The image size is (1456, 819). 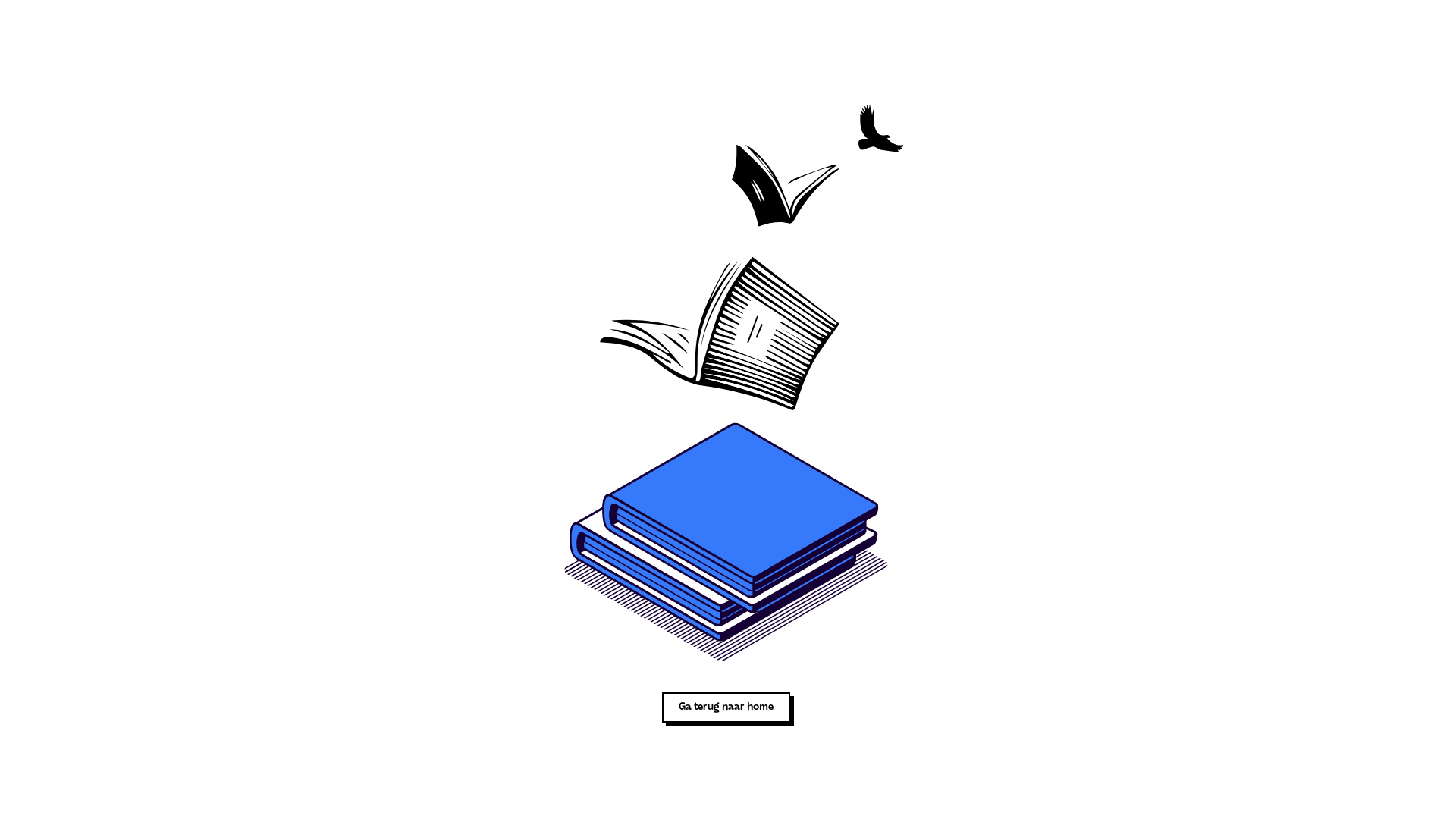 I want to click on 'Ga terug naar home', so click(x=730, y=711).